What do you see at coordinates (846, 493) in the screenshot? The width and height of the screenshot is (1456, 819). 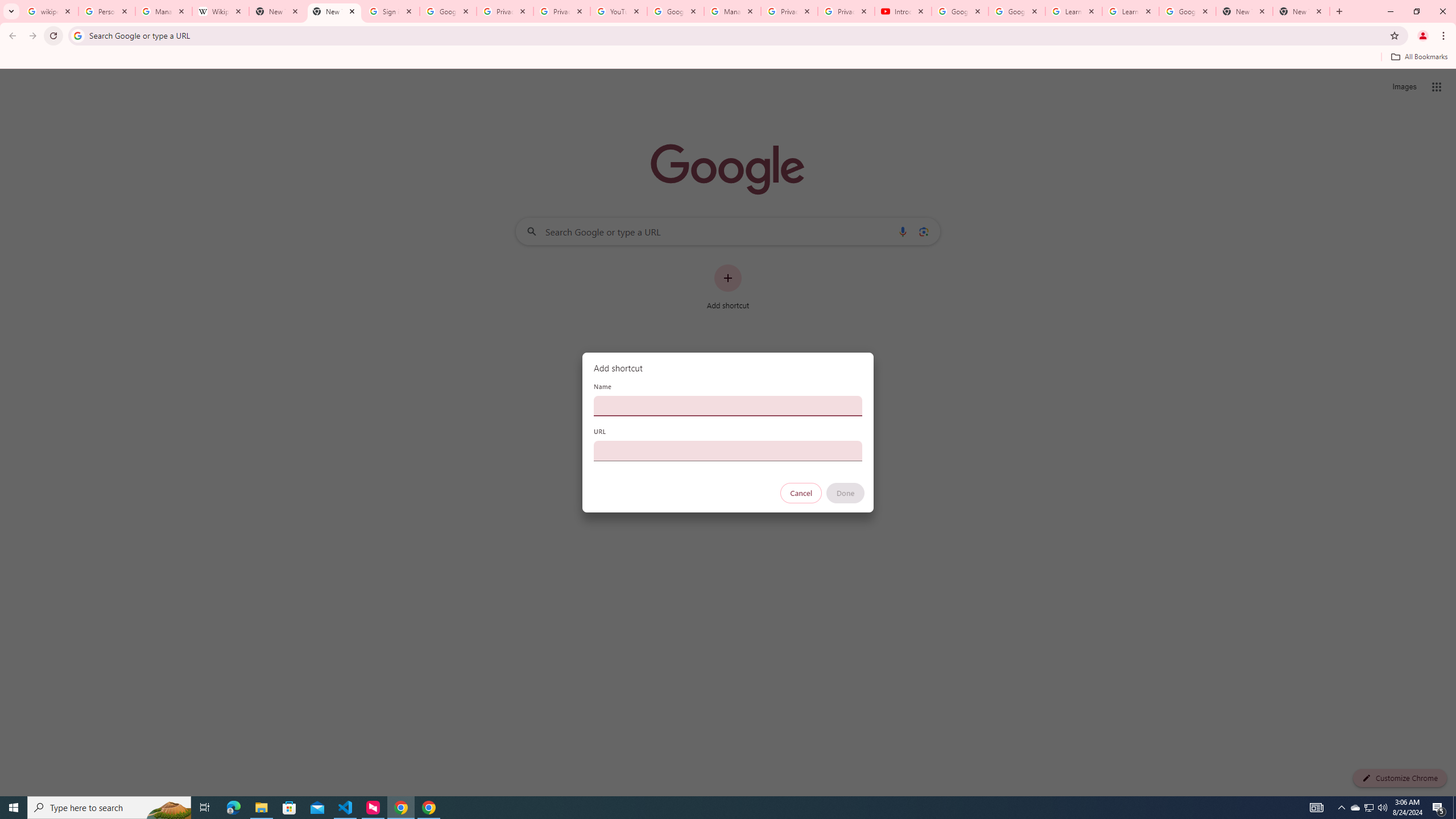 I see `'Done'` at bounding box center [846, 493].